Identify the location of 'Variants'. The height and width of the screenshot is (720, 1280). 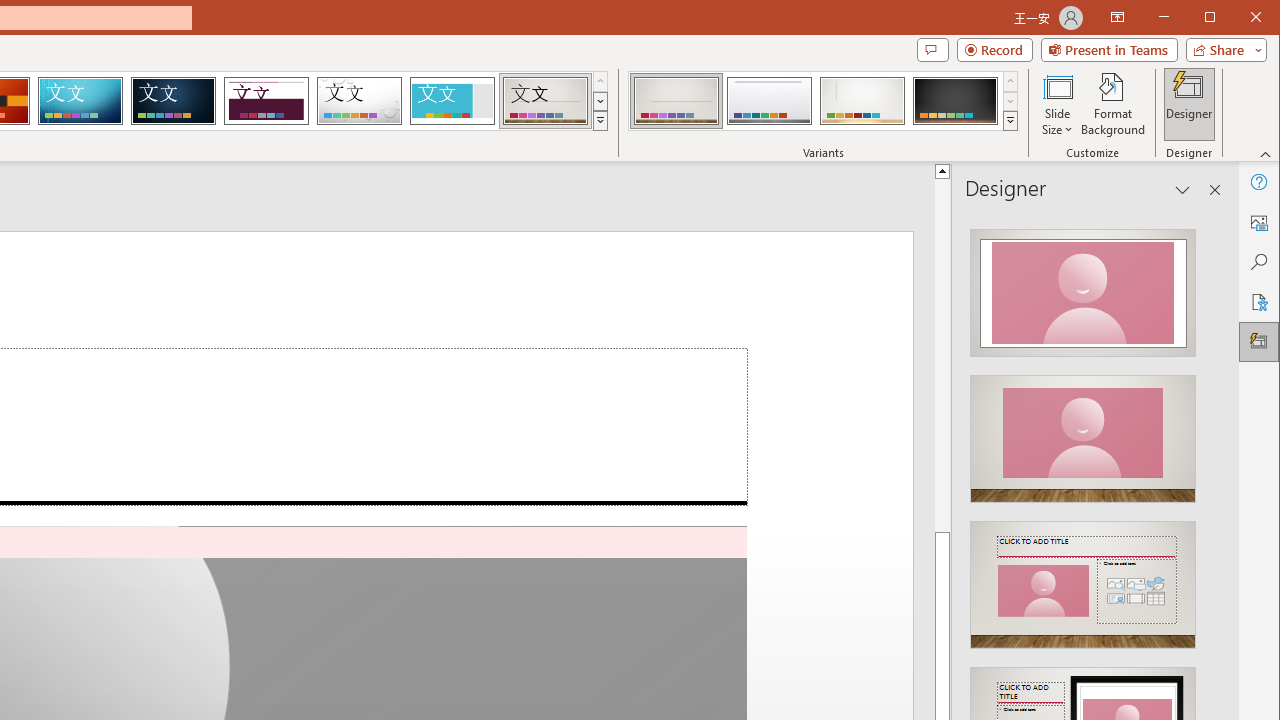
(1010, 120).